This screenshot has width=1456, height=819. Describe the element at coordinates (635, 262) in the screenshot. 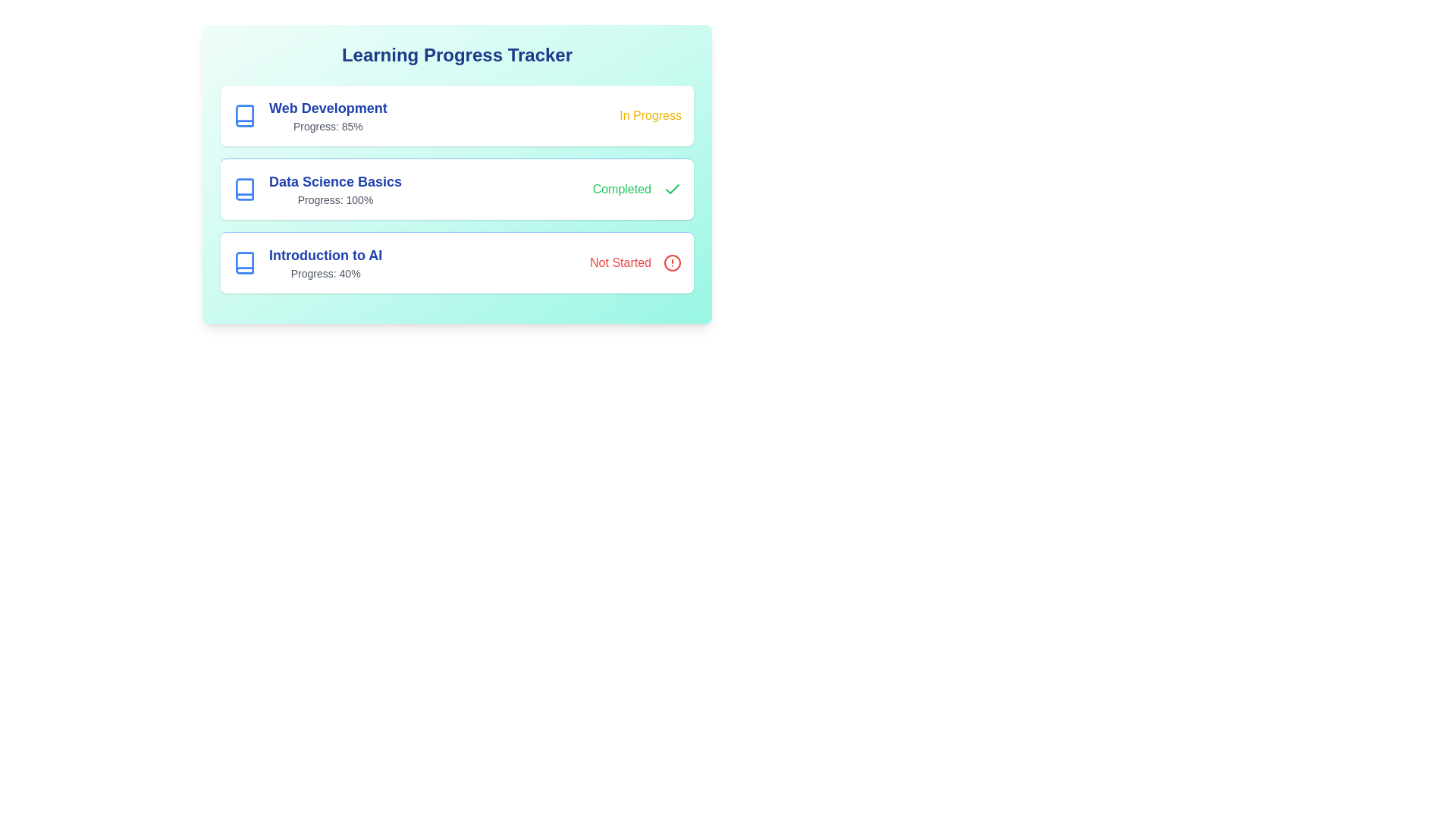

I see `the status icon for Introduction to AI to view its status-specific actions` at that location.